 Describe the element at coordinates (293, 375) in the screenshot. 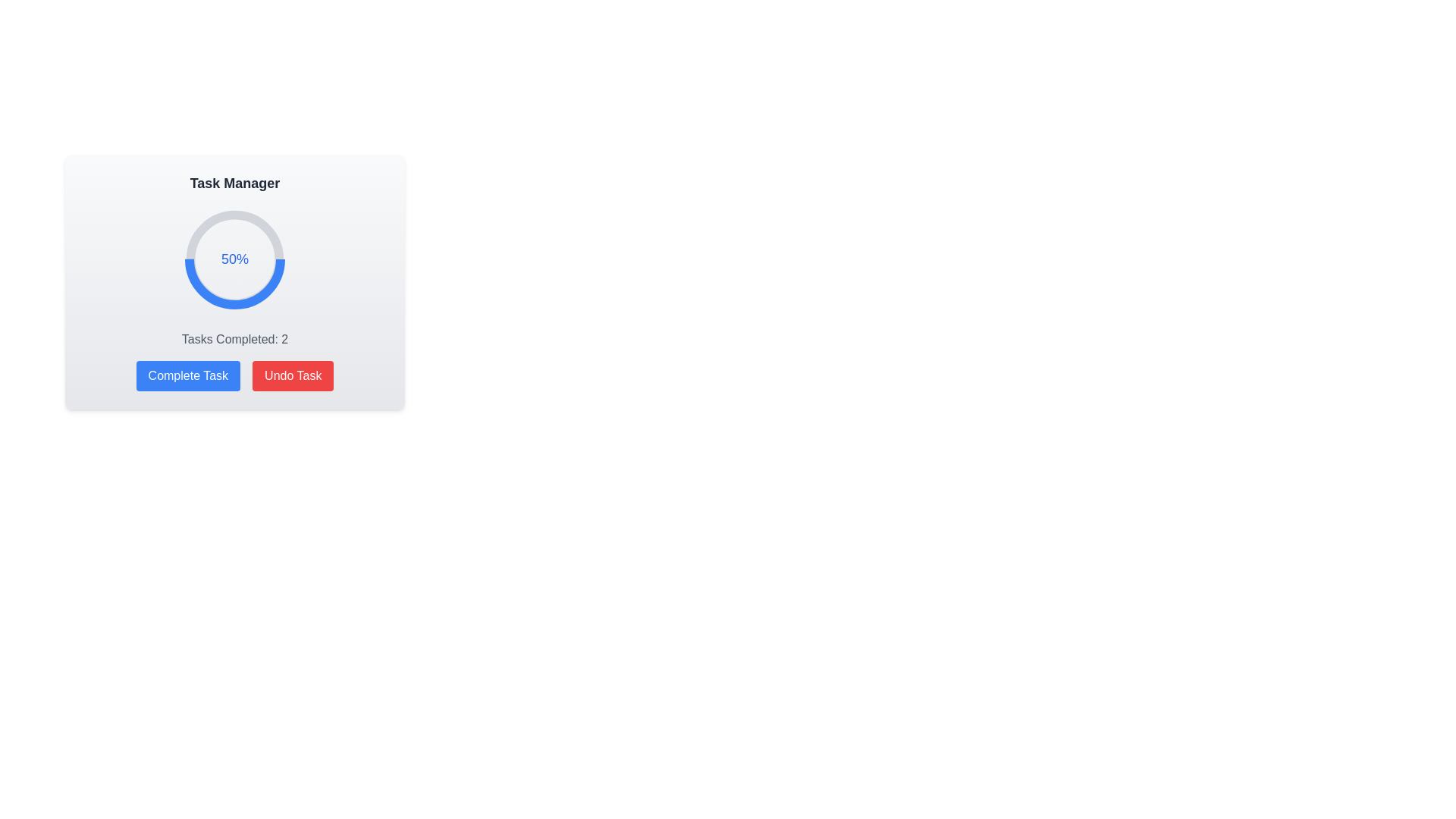

I see `the 'Undo Task' button, which is a rectangular button with a red background and white text, located to the right of the 'Complete Task' button in the Task Manager section` at that location.